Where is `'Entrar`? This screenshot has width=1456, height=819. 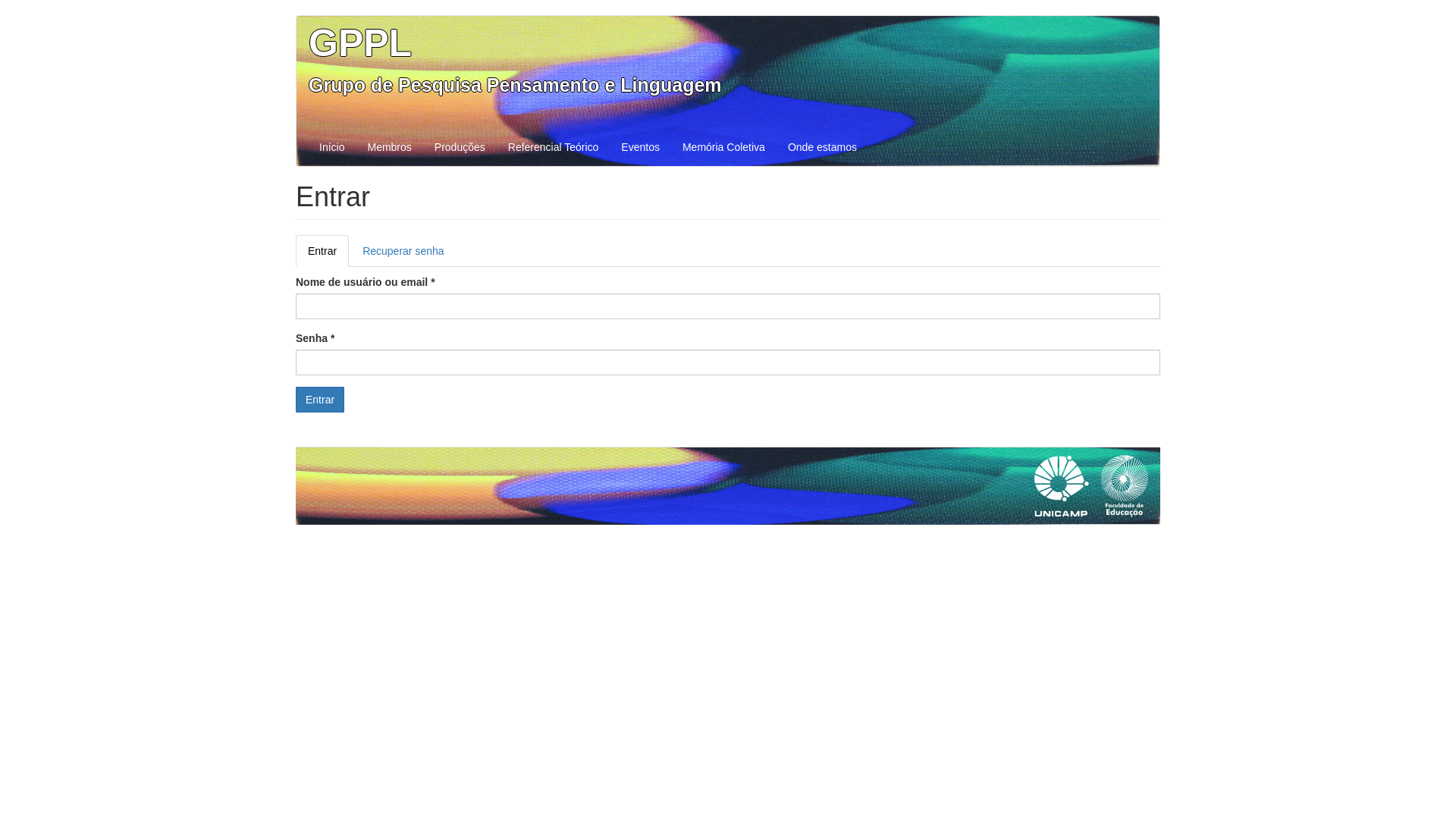 'Entrar is located at coordinates (322, 250).